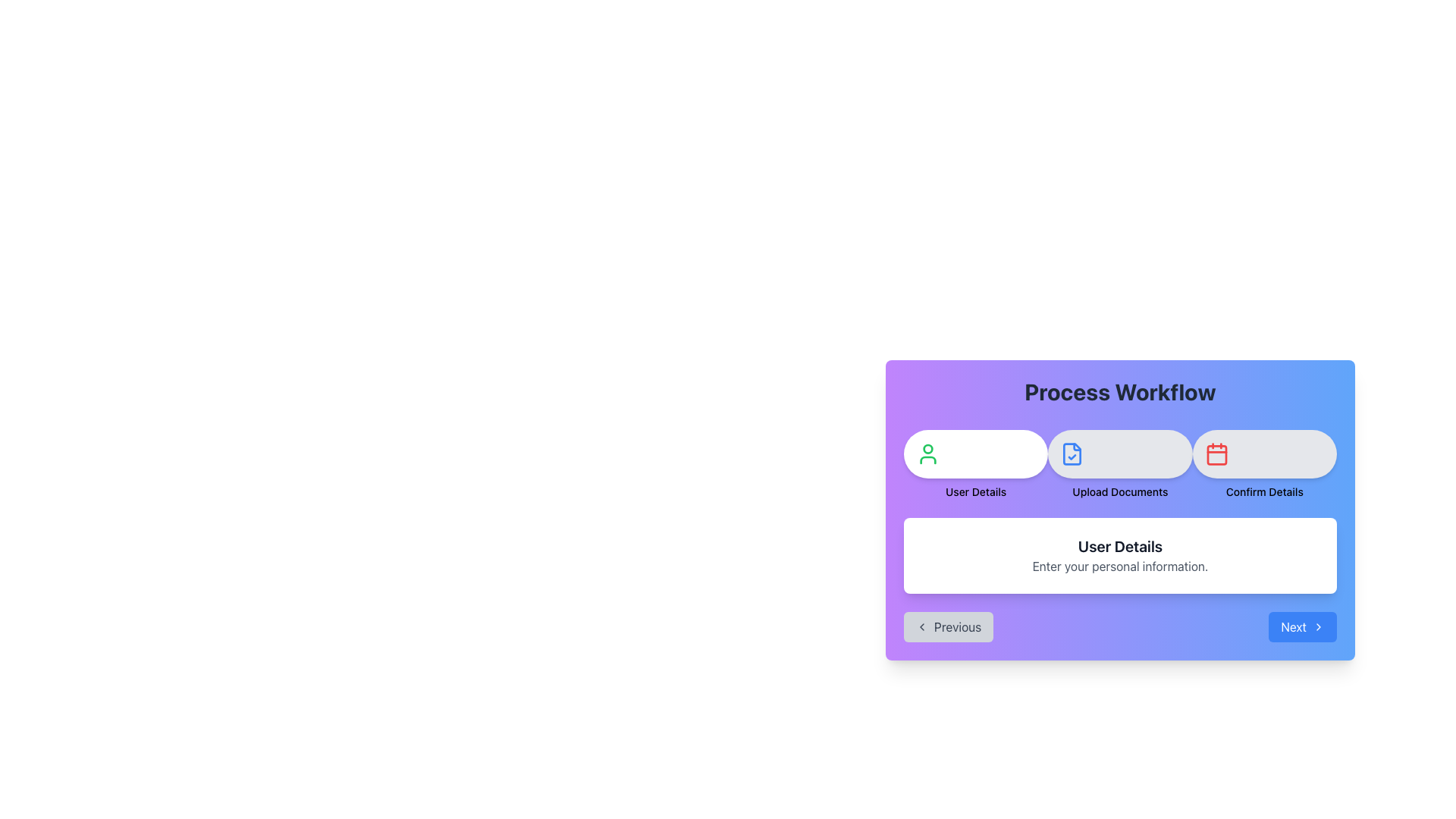 The height and width of the screenshot is (819, 1456). I want to click on the 'User Details' button, which is the leftmost button in a row of three, so click(976, 453).